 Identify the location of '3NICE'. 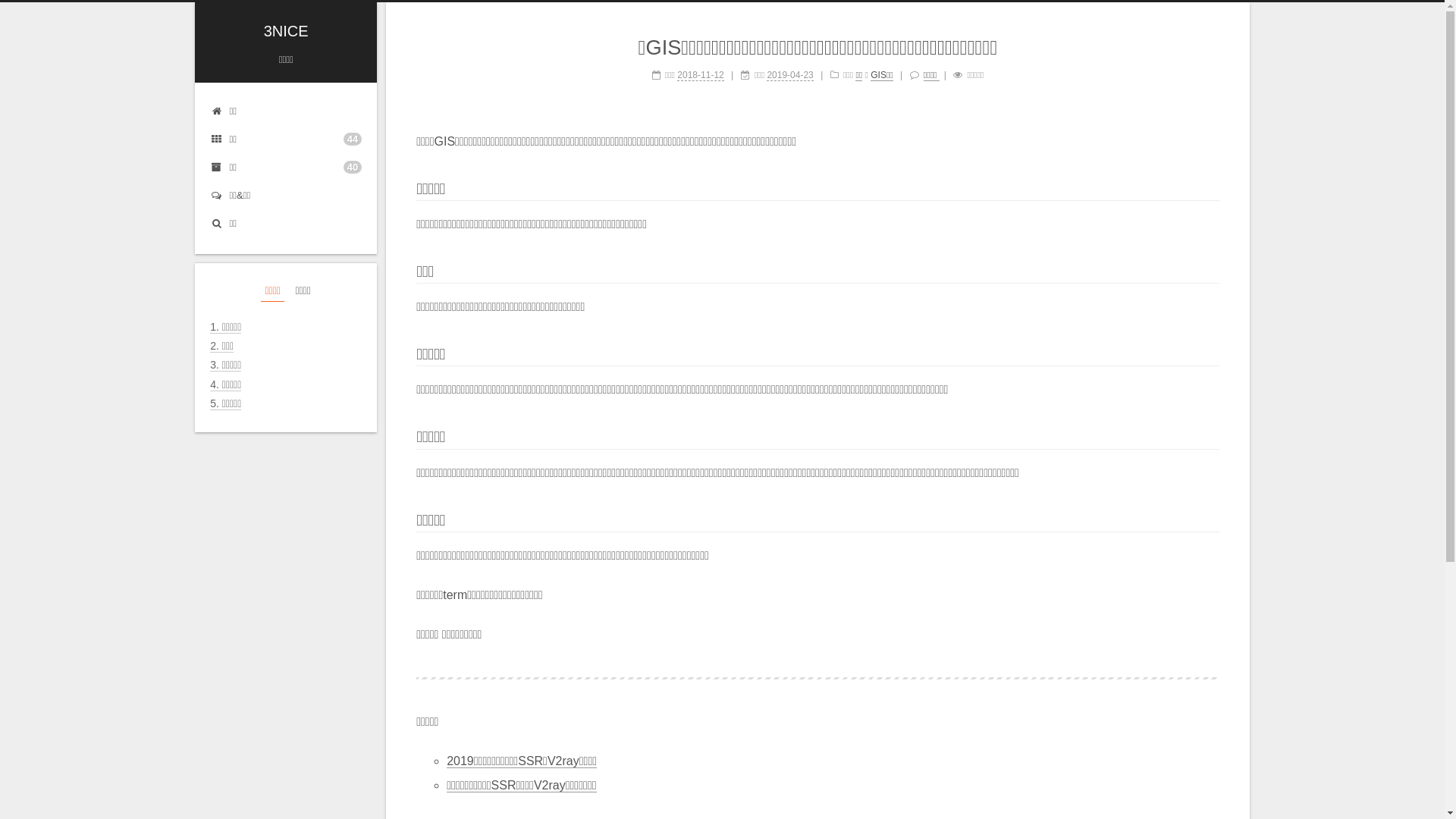
(286, 31).